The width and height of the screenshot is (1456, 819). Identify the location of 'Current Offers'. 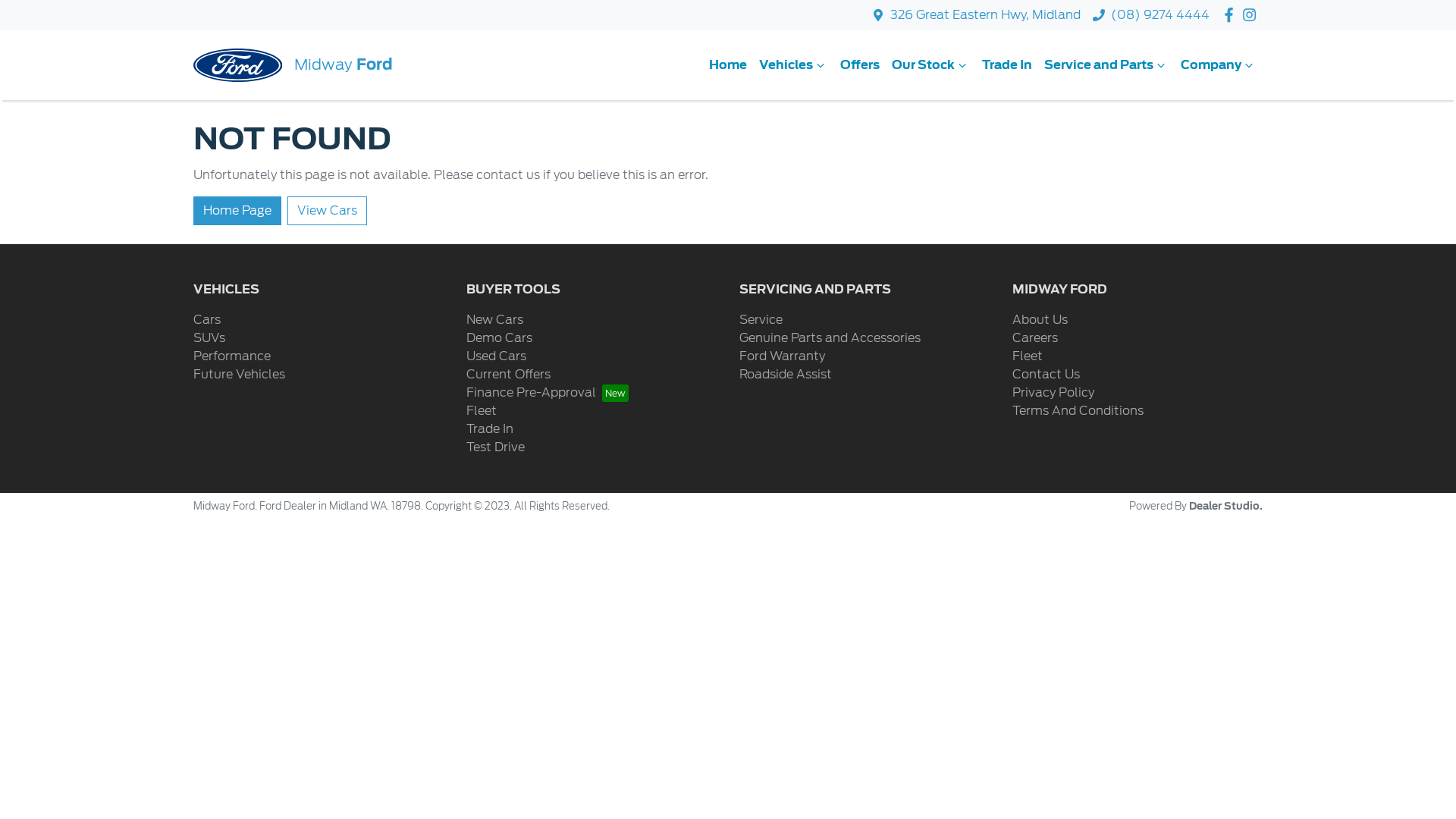
(508, 374).